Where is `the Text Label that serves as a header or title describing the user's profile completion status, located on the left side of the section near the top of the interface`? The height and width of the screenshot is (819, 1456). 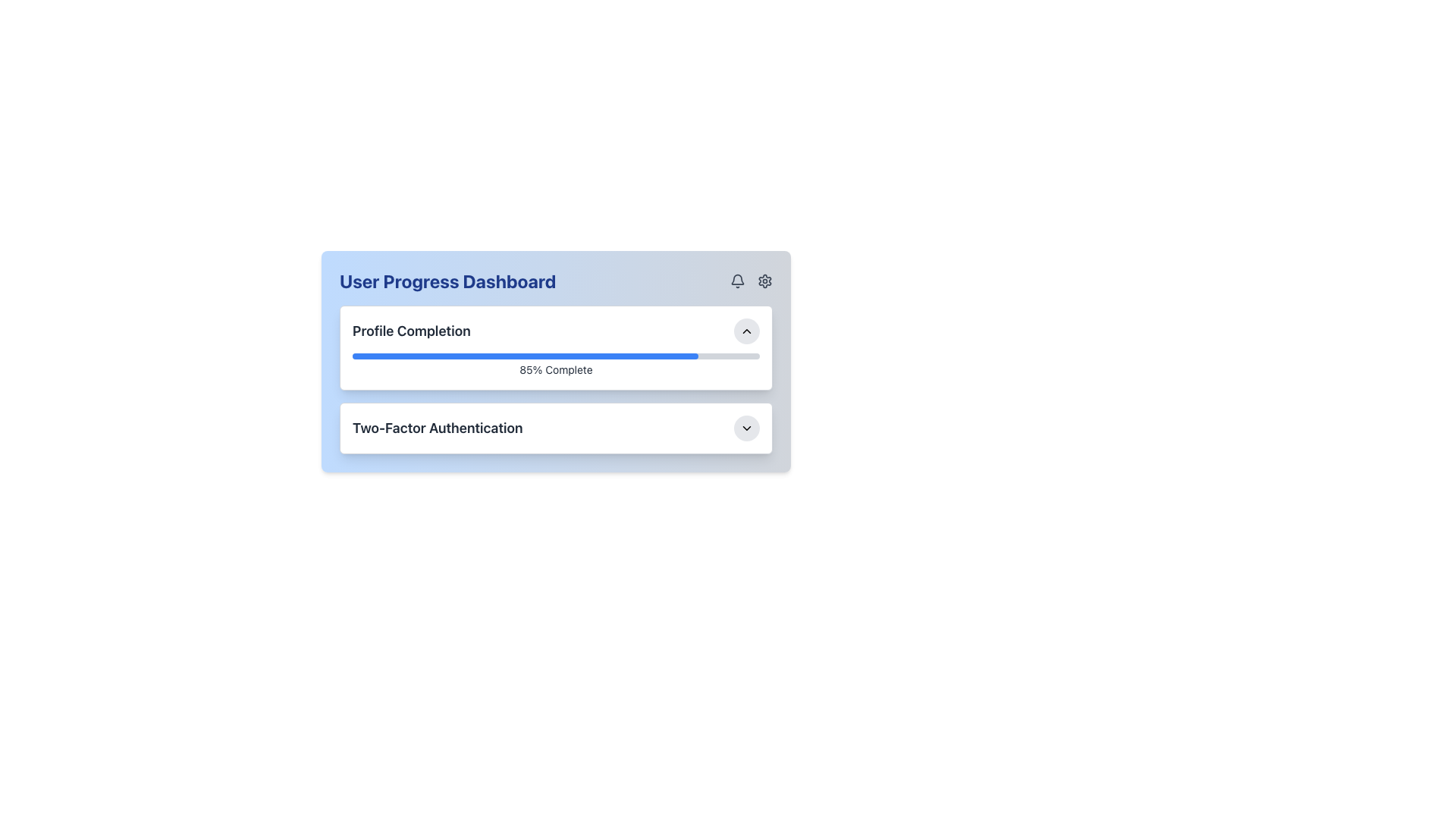
the Text Label that serves as a header or title describing the user's profile completion status, located on the left side of the section near the top of the interface is located at coordinates (411, 330).